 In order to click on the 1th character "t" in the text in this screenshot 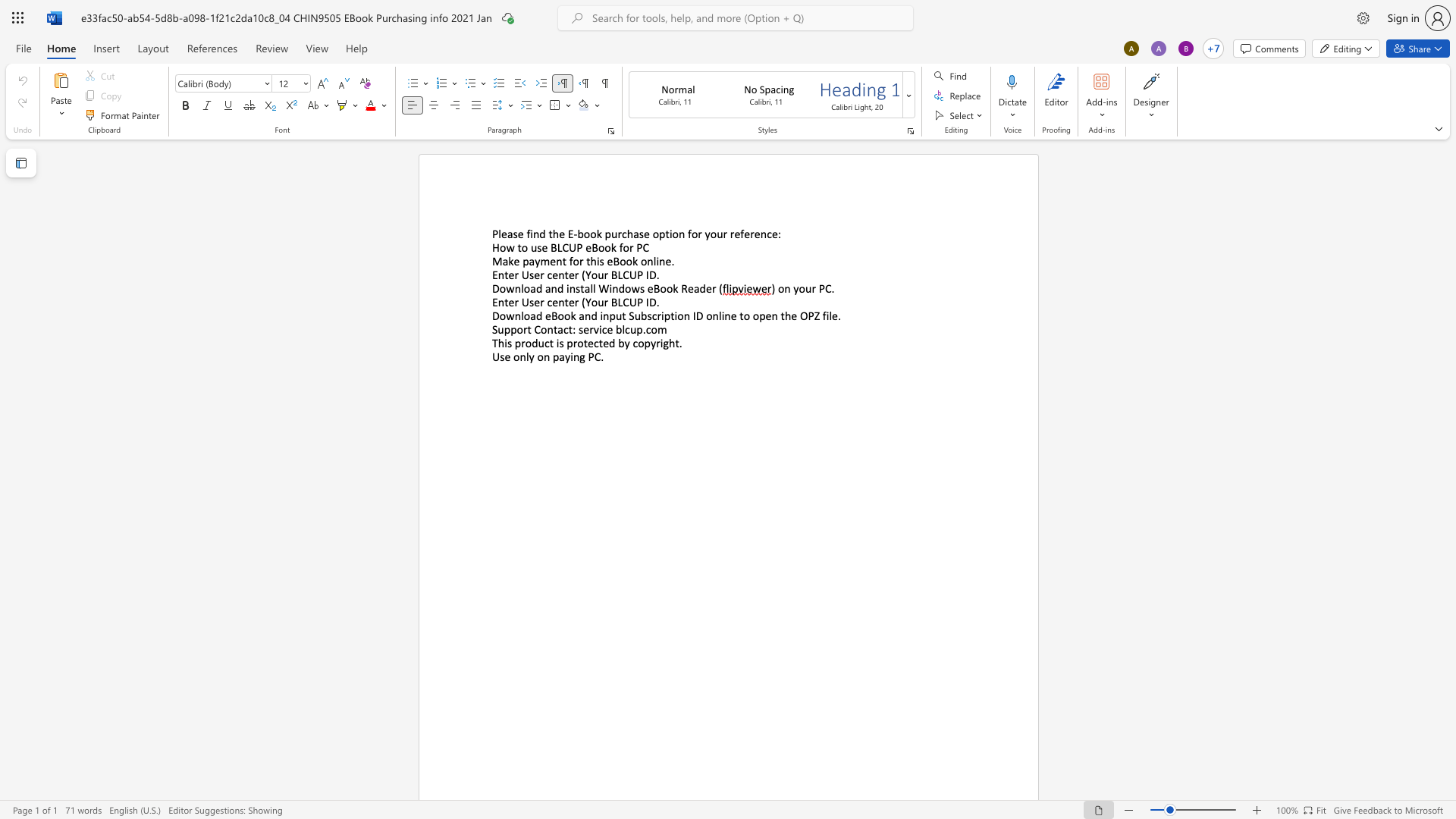, I will do `click(624, 315)`.